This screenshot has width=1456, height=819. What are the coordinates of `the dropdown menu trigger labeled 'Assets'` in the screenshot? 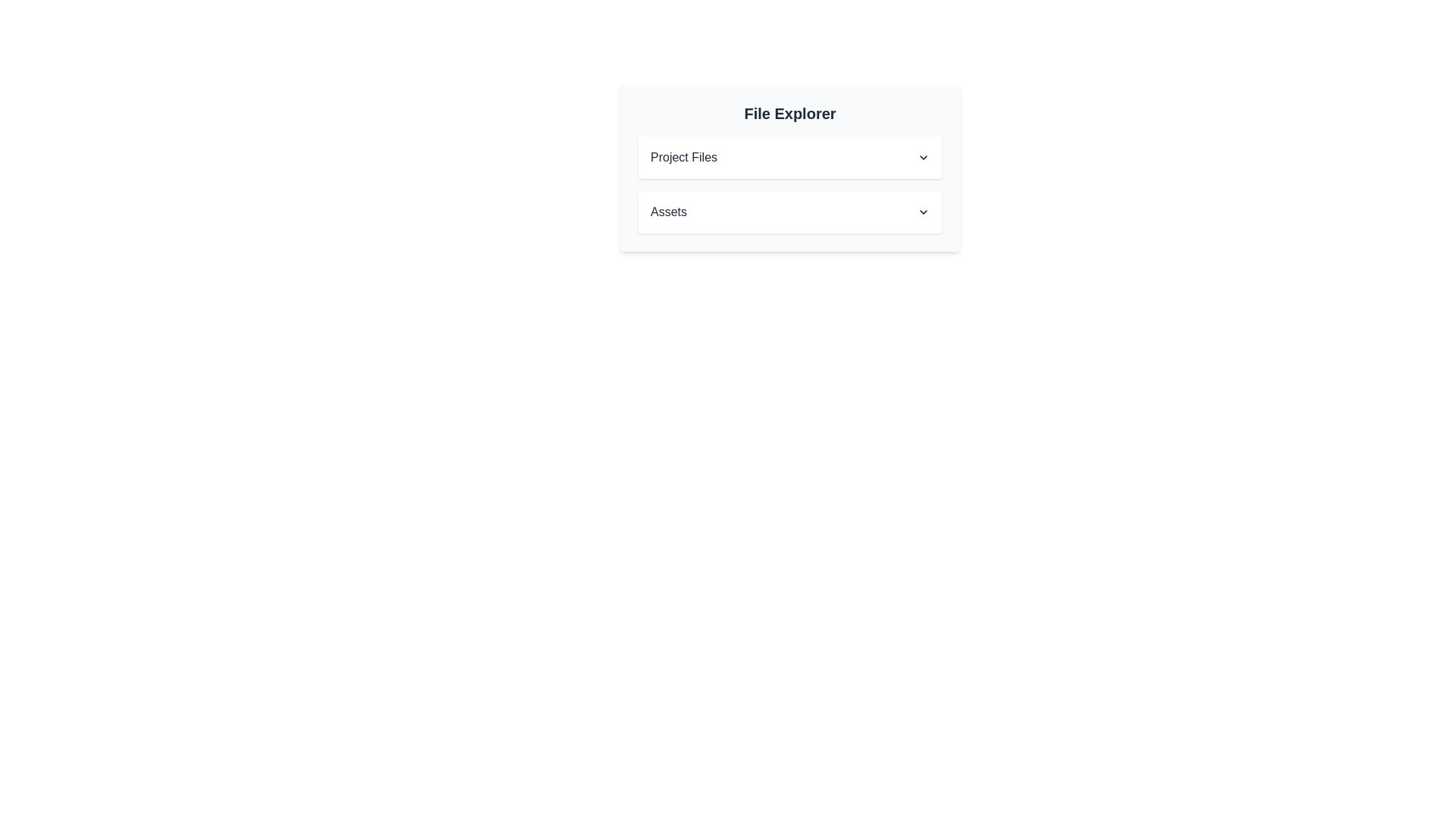 It's located at (789, 212).